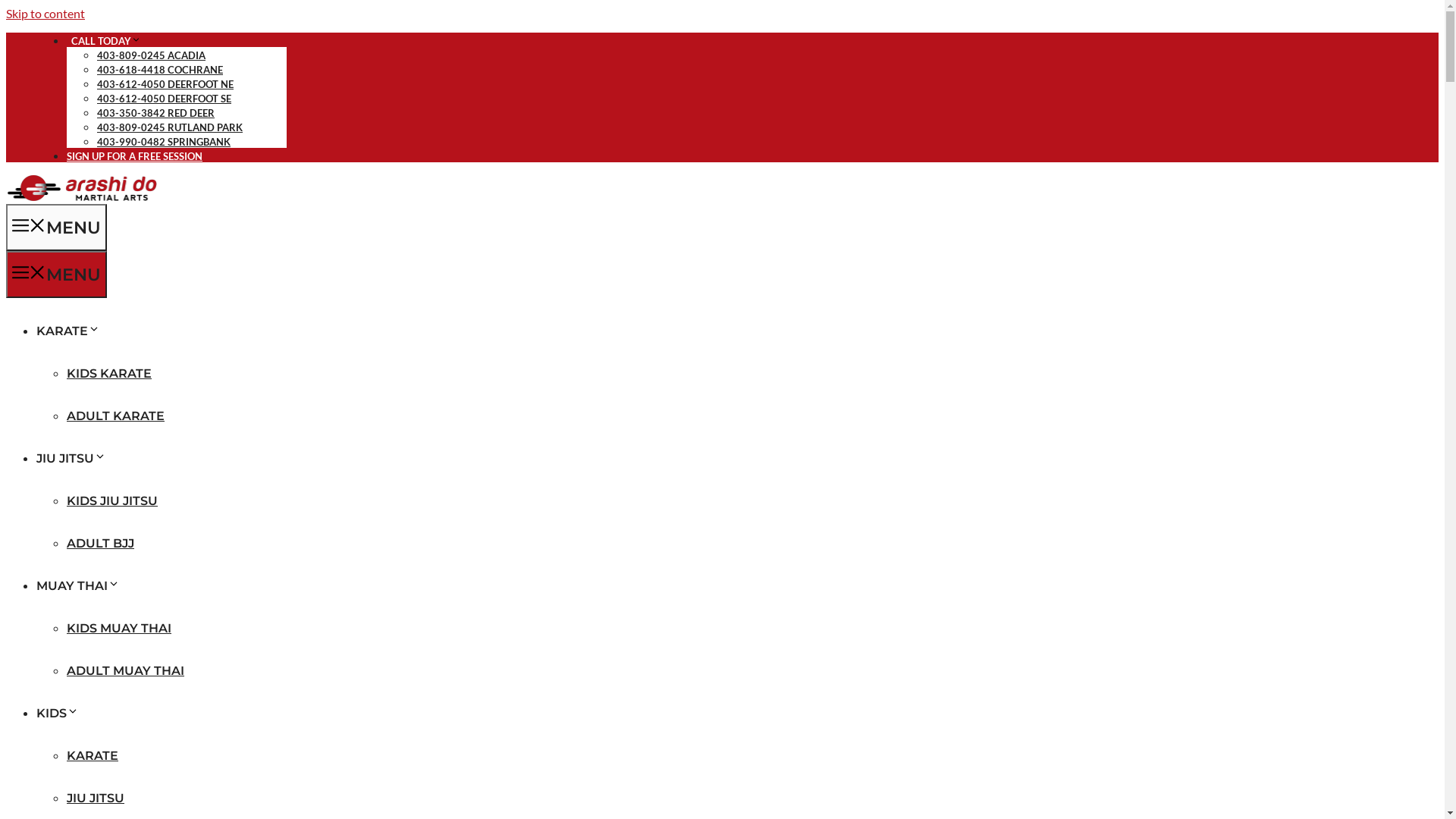 The width and height of the screenshot is (1456, 819). I want to click on 'KIDS KARATE', so click(108, 373).